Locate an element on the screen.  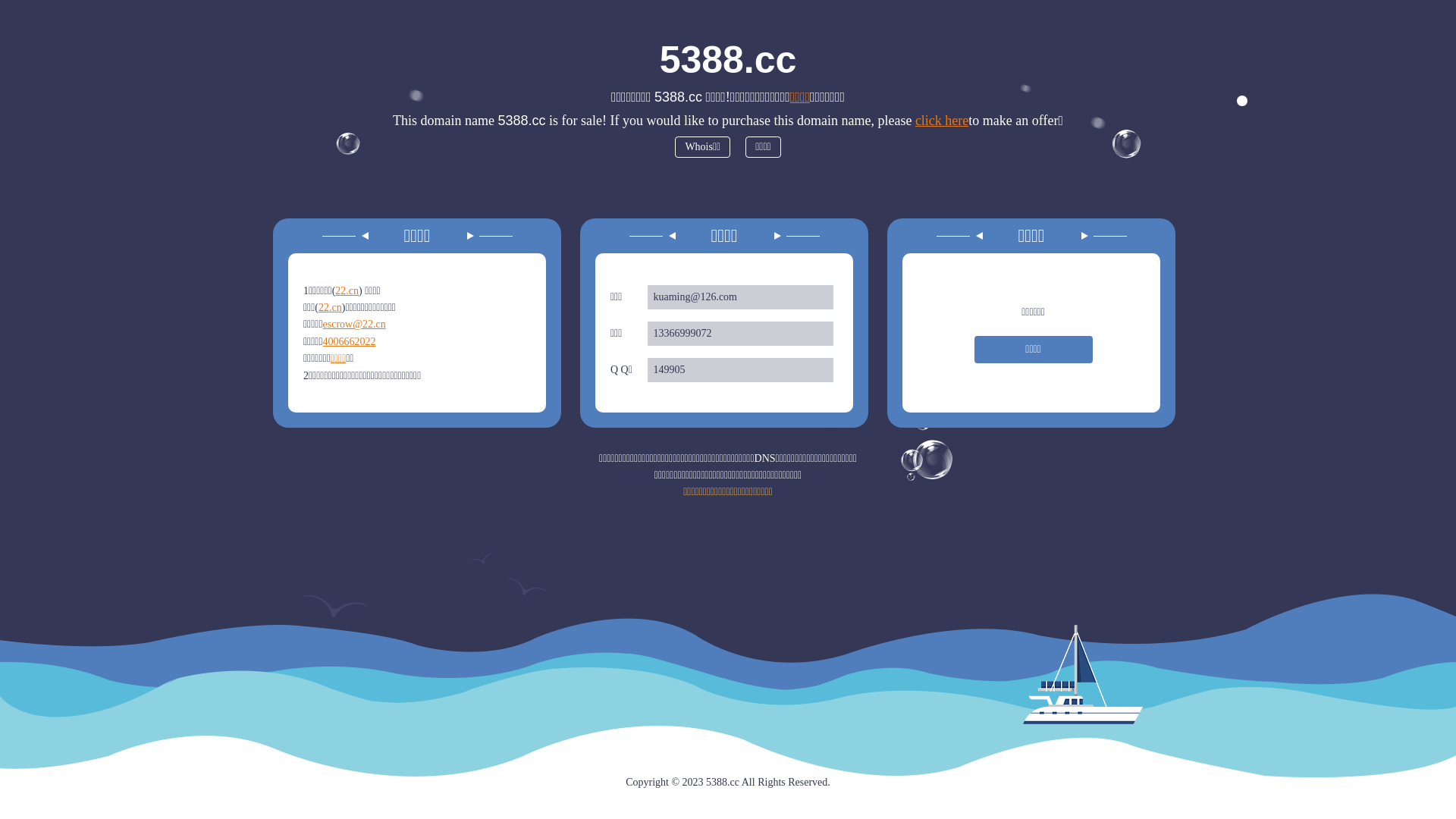
'click here' is located at coordinates (941, 119).